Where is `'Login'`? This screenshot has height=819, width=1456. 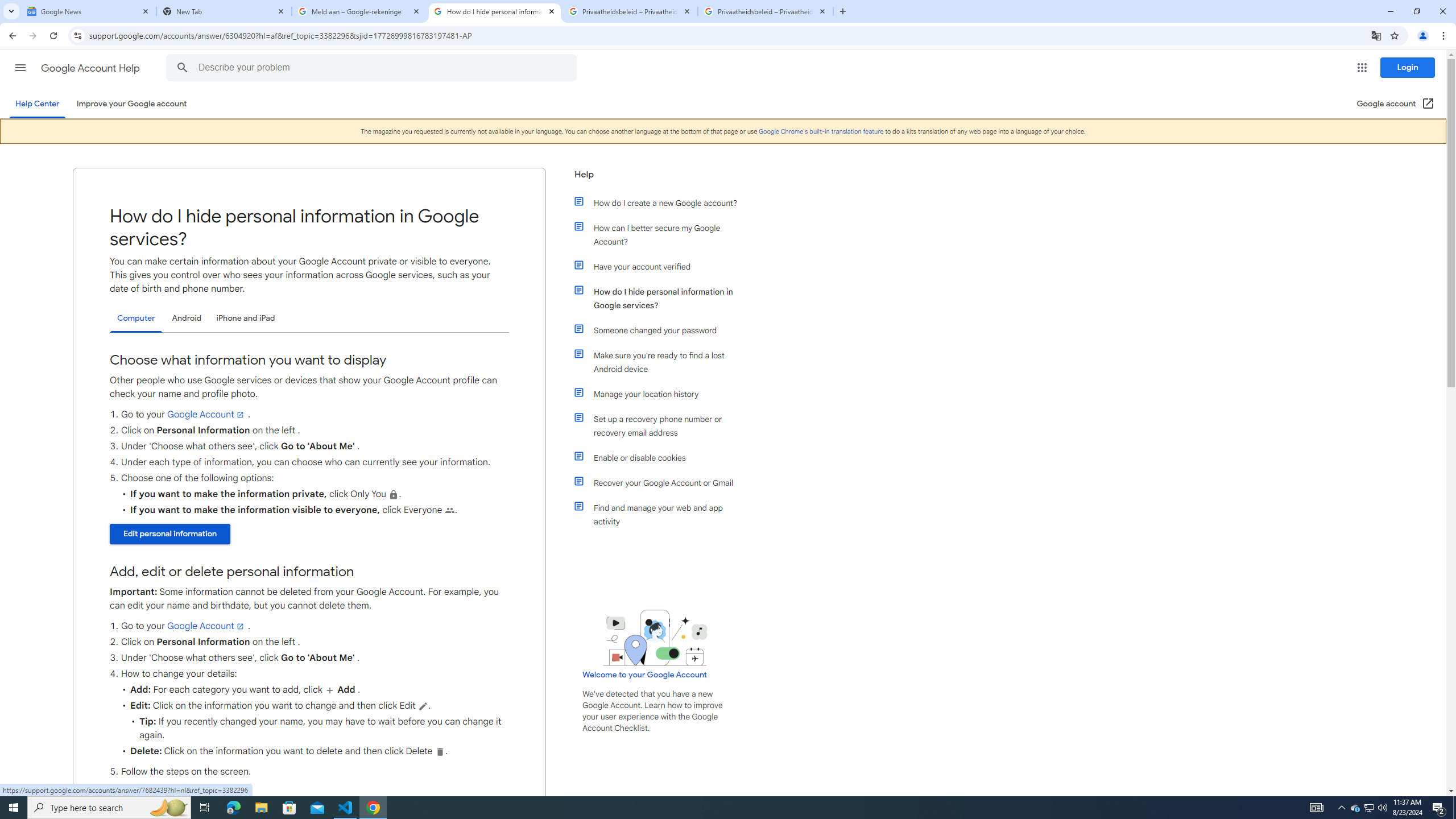 'Login' is located at coordinates (1407, 67).